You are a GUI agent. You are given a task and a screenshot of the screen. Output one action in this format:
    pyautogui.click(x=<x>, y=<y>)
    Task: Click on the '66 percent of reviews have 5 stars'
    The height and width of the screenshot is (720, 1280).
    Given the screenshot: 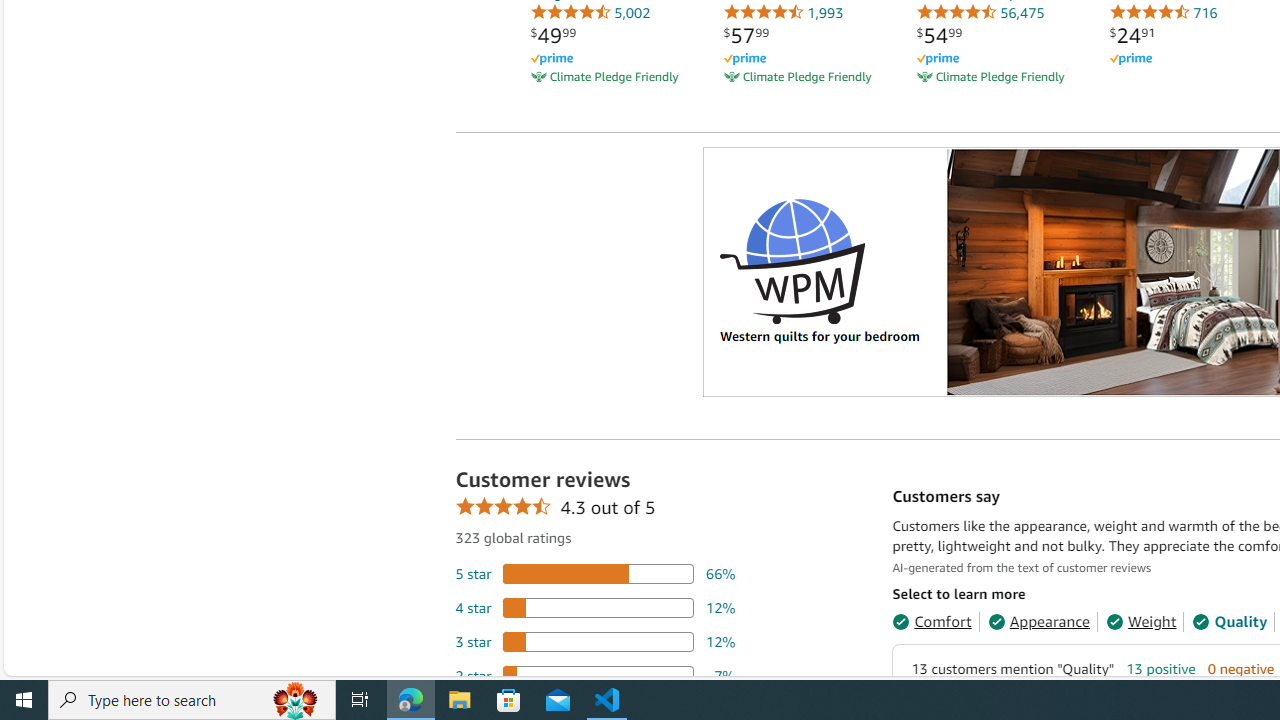 What is the action you would take?
    pyautogui.click(x=594, y=573)
    